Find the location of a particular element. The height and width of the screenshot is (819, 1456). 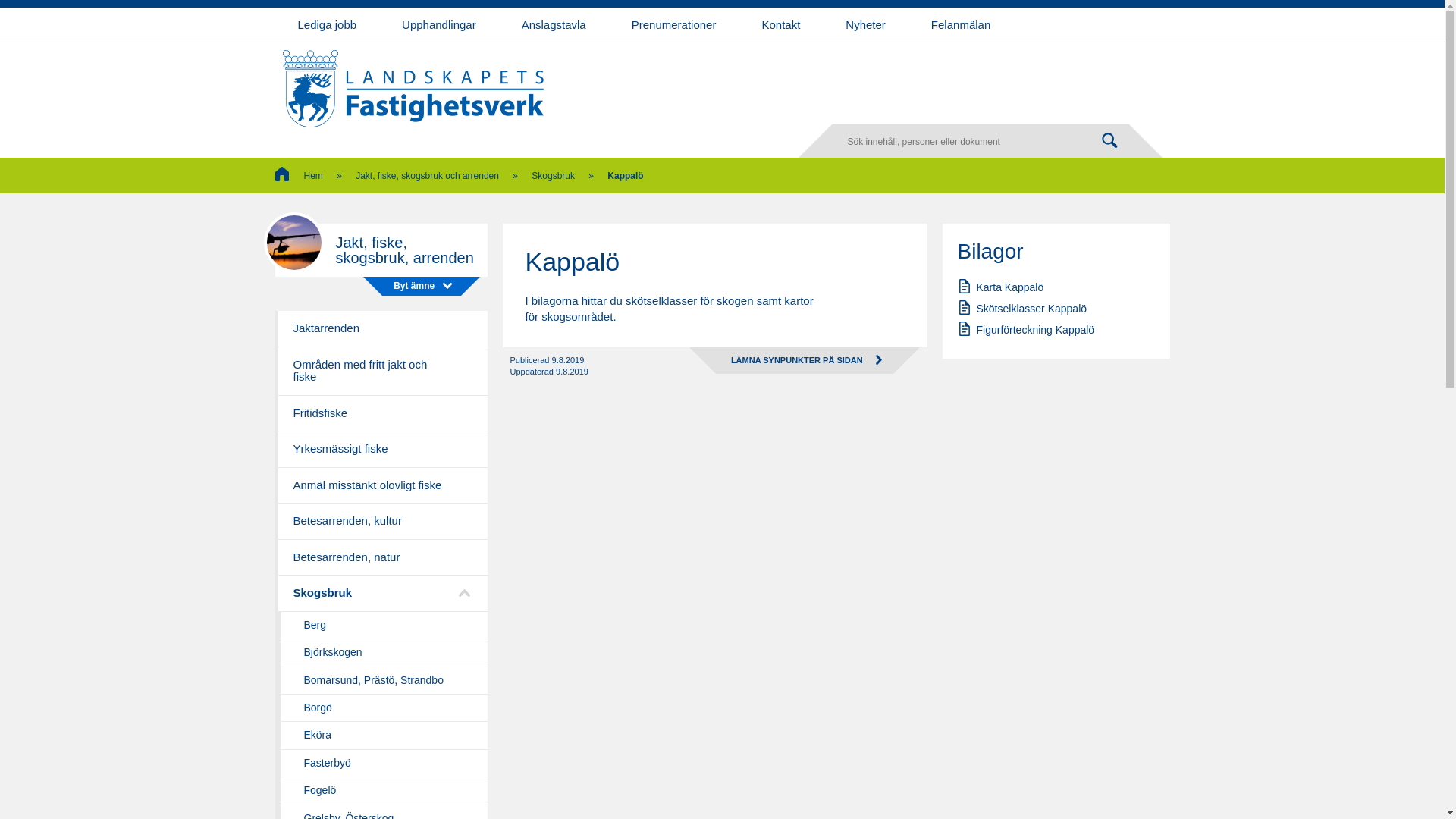

'Kontakt' is located at coordinates (780, 24).